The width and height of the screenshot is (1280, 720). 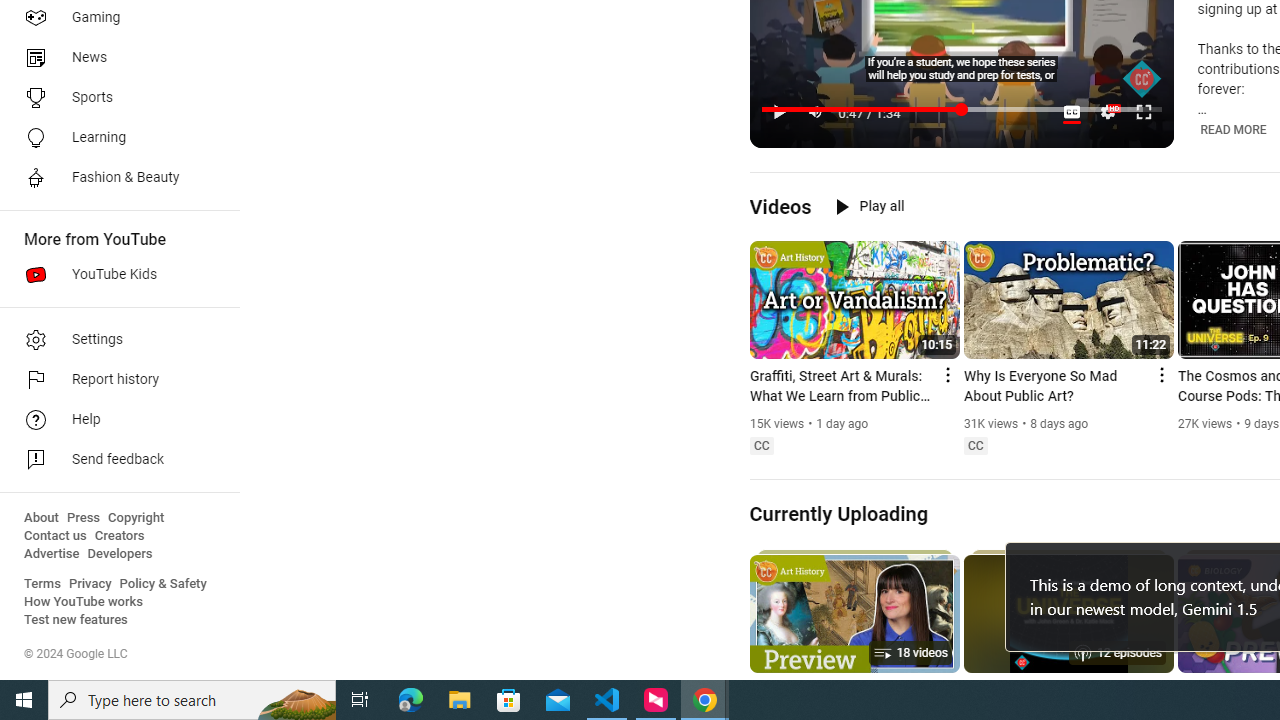 I want to click on 'Currently Uploading', so click(x=839, y=512).